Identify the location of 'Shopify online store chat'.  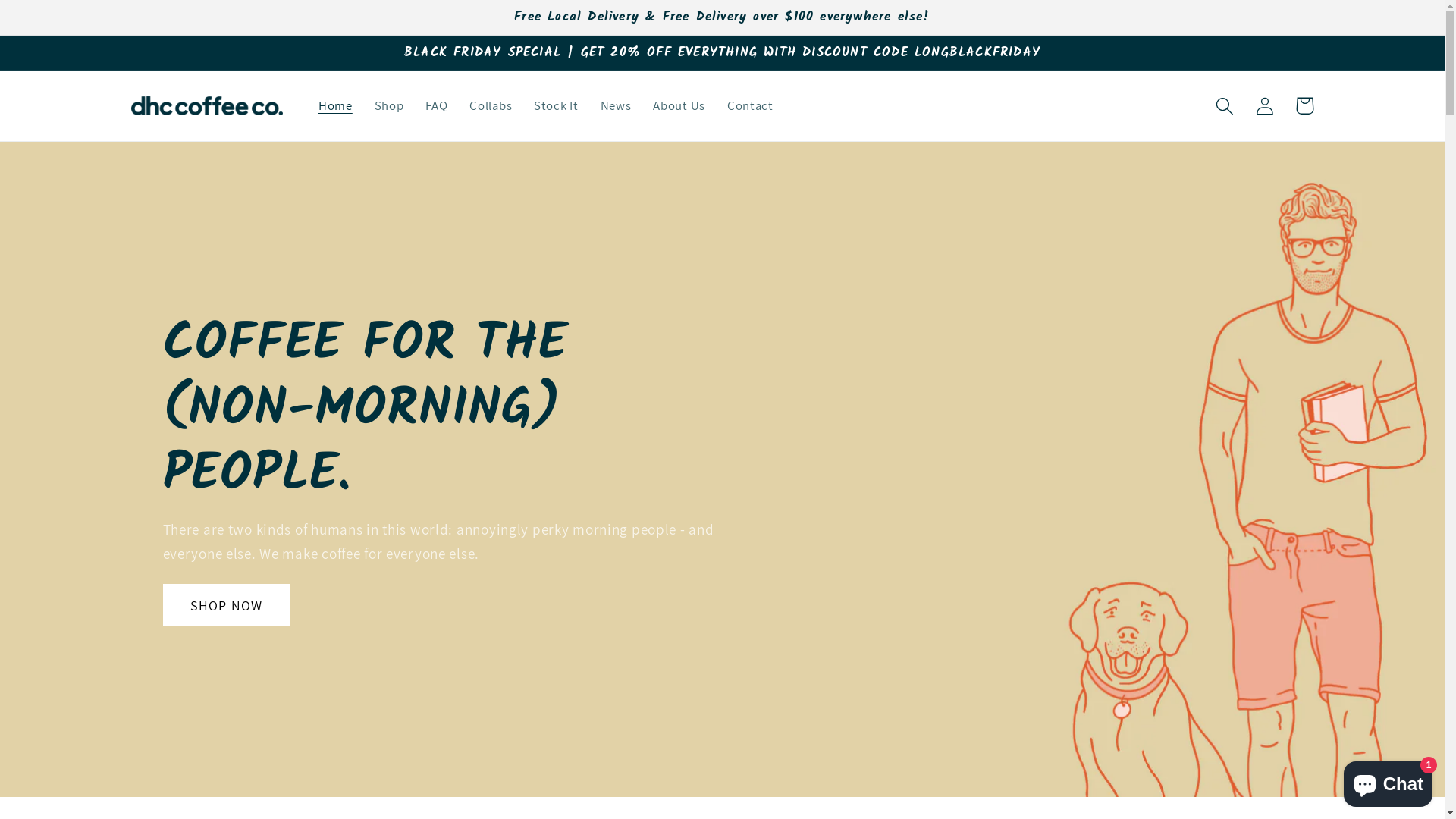
(1339, 780).